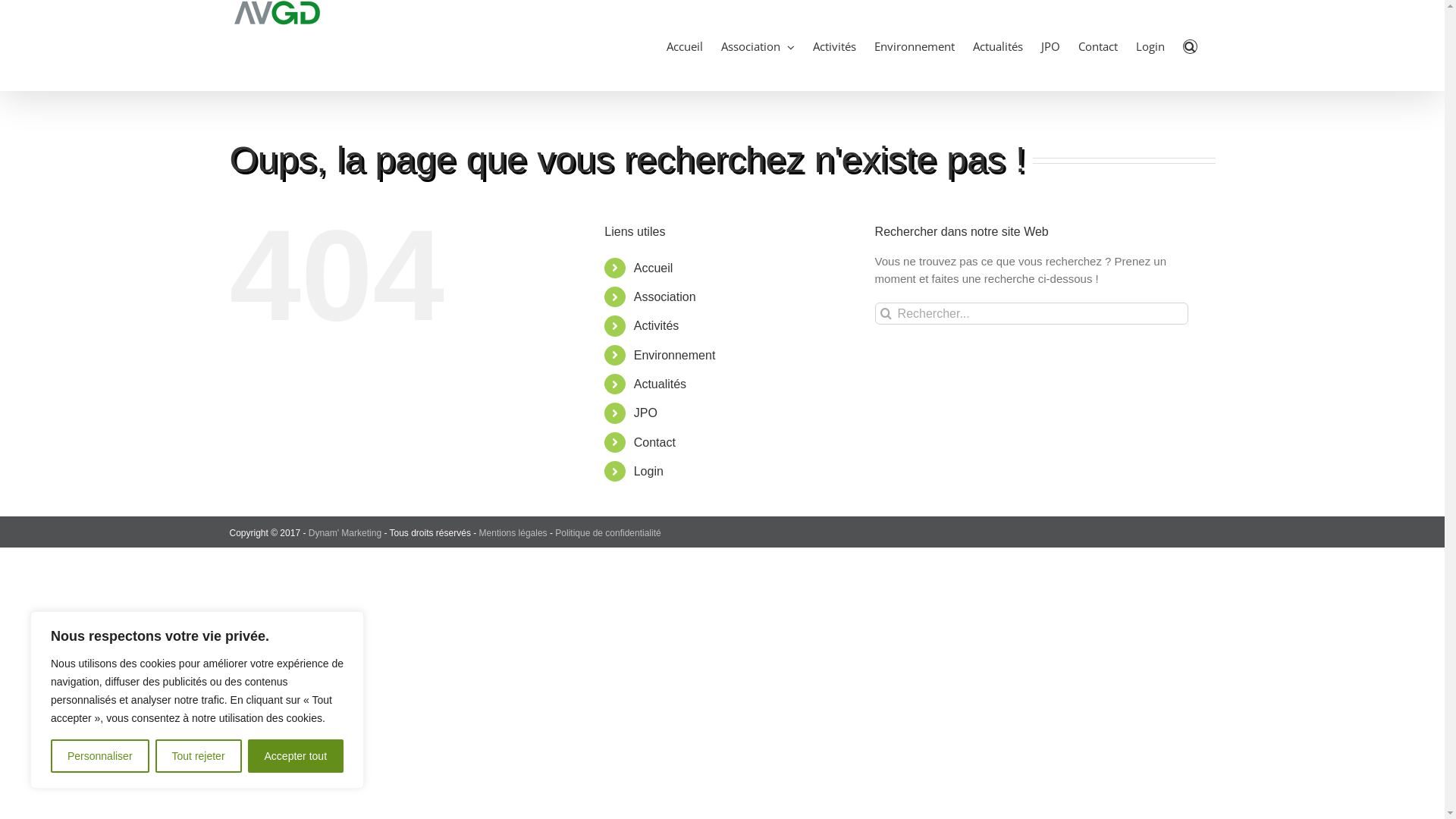 The height and width of the screenshot is (819, 1456). What do you see at coordinates (1098, 45) in the screenshot?
I see `'Contact'` at bounding box center [1098, 45].